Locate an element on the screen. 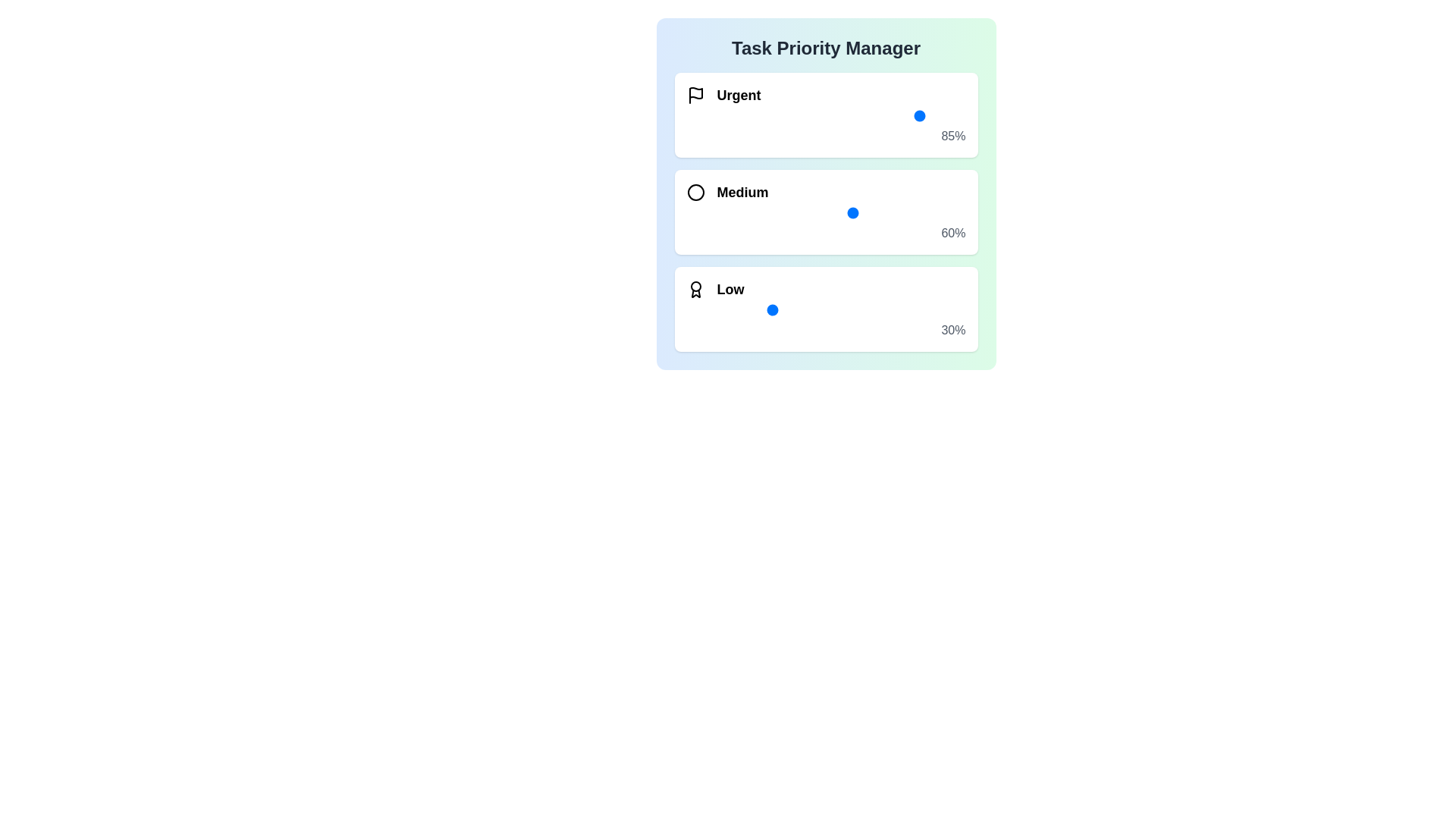 This screenshot has width=1456, height=819. the priority slider for the 'Urgent' task to 87% is located at coordinates (928, 115).